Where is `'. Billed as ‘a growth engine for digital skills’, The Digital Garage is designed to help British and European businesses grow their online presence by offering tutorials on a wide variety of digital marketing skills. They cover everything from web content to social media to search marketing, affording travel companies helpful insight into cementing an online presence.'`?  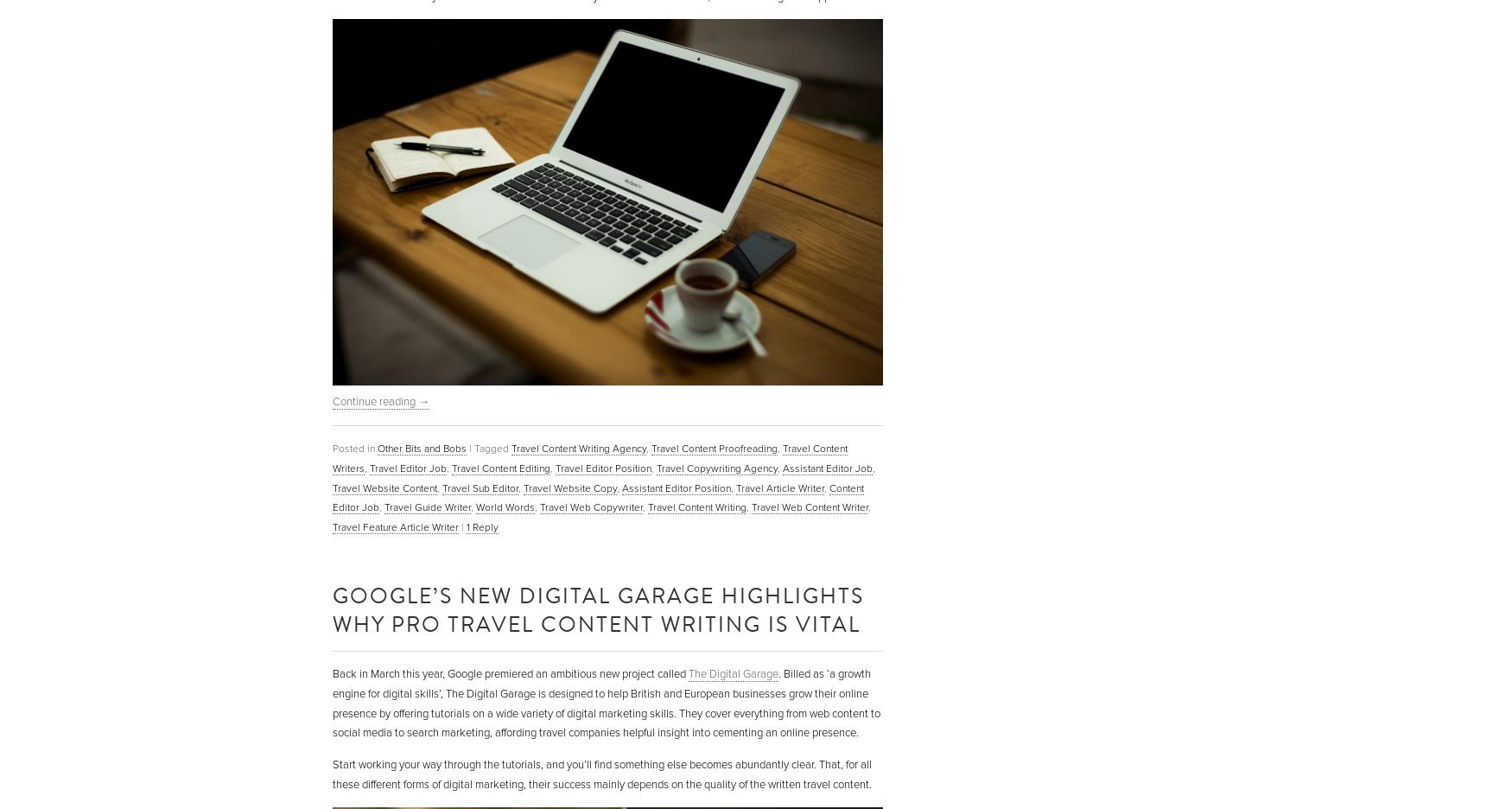 '. Billed as ‘a growth engine for digital skills’, The Digital Garage is designed to help British and European businesses grow their online presence by offering tutorials on a wide variety of digital marketing skills. They cover everything from web content to social media to search marketing, affording travel companies helpful insight into cementing an online presence.' is located at coordinates (606, 702).